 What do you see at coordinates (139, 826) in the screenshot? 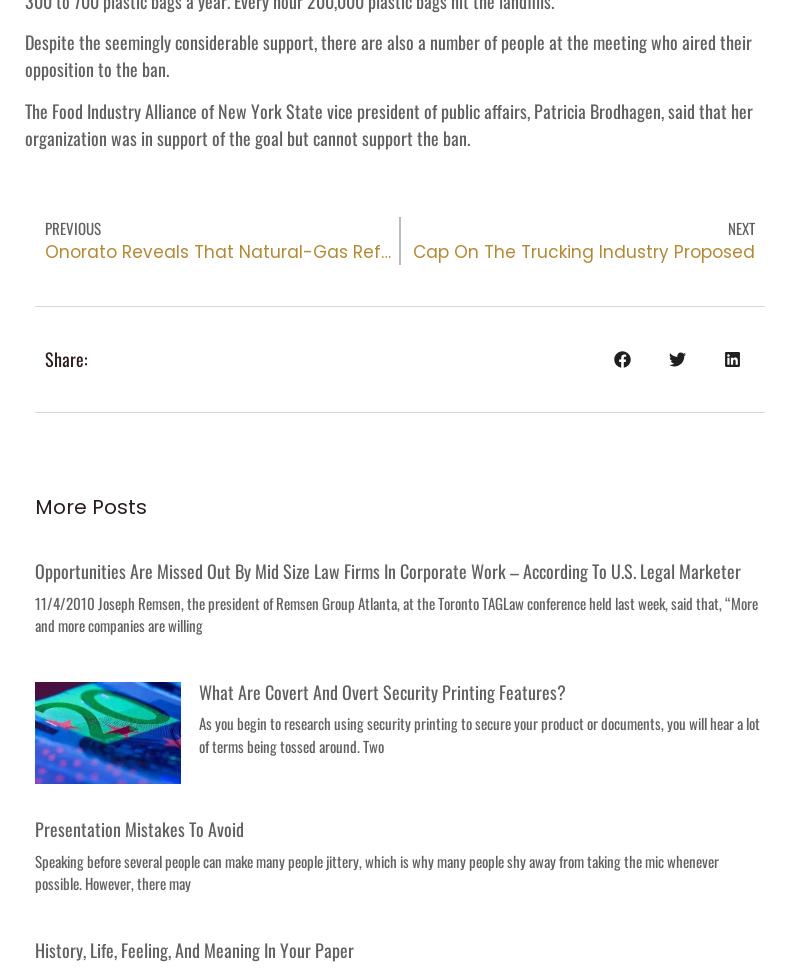
I see `'Presentation Mistakes To Avoid'` at bounding box center [139, 826].